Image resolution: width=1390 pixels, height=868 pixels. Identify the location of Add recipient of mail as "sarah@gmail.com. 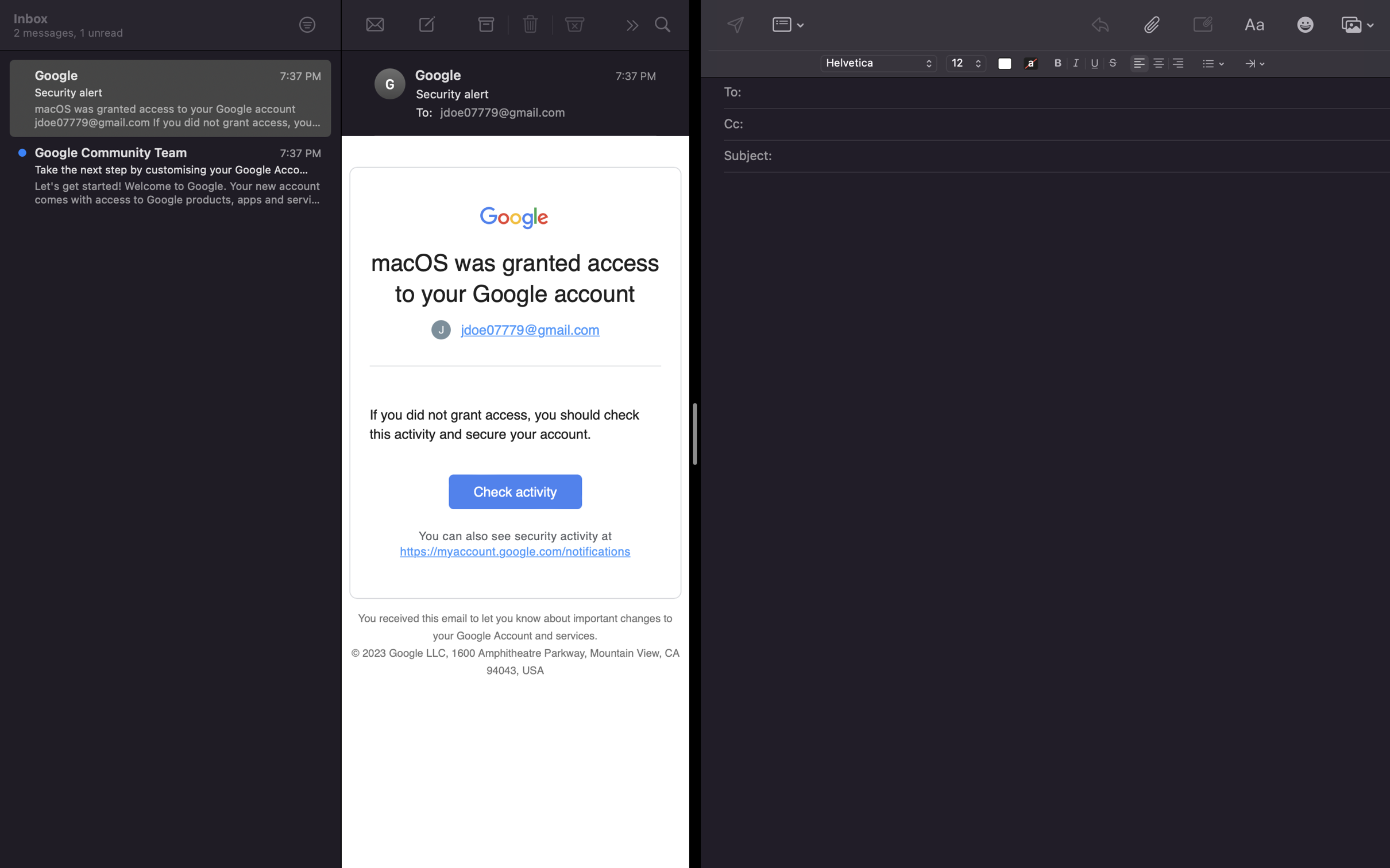
(1065, 93).